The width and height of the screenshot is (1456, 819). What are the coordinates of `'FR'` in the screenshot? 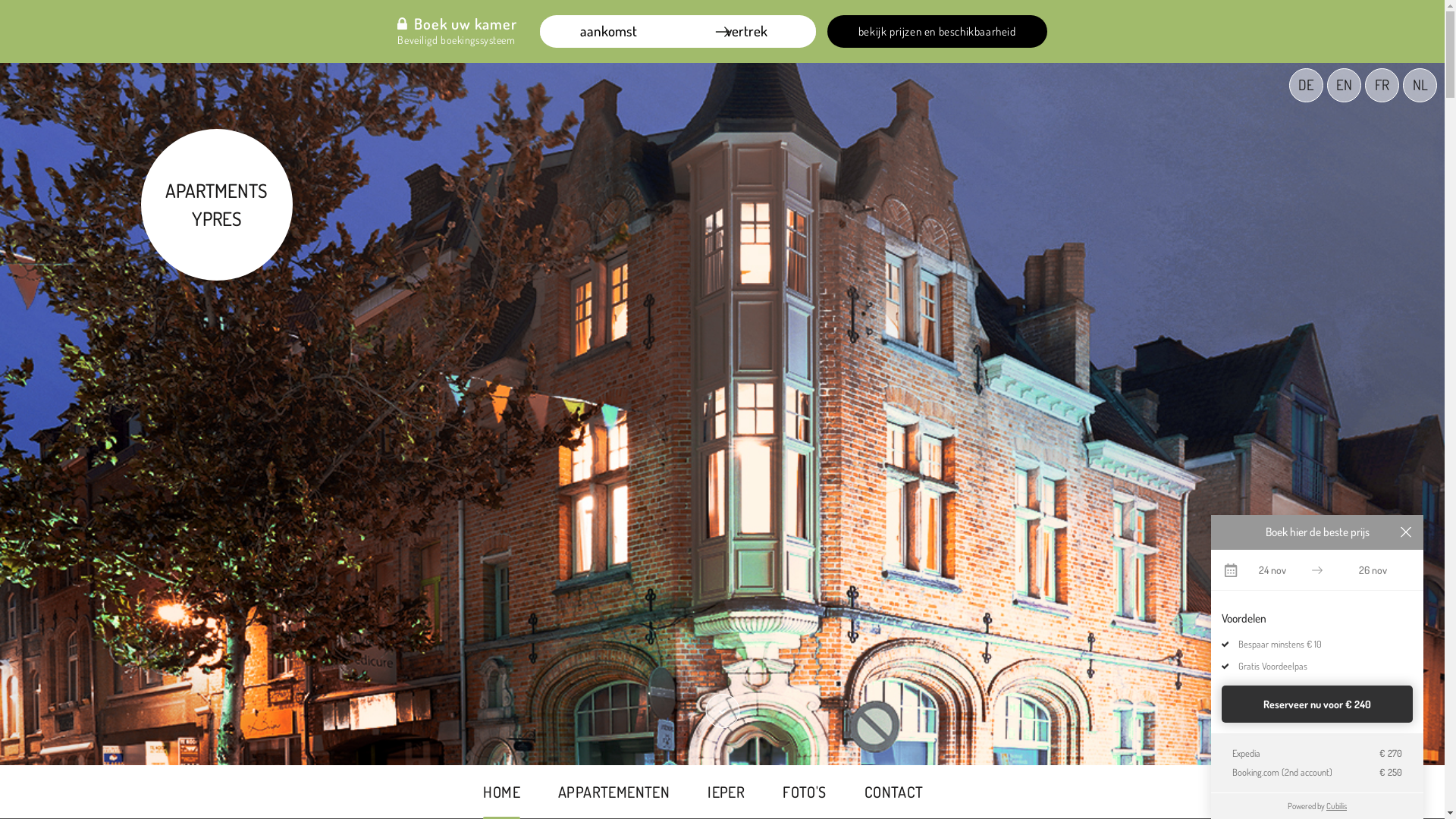 It's located at (1365, 85).